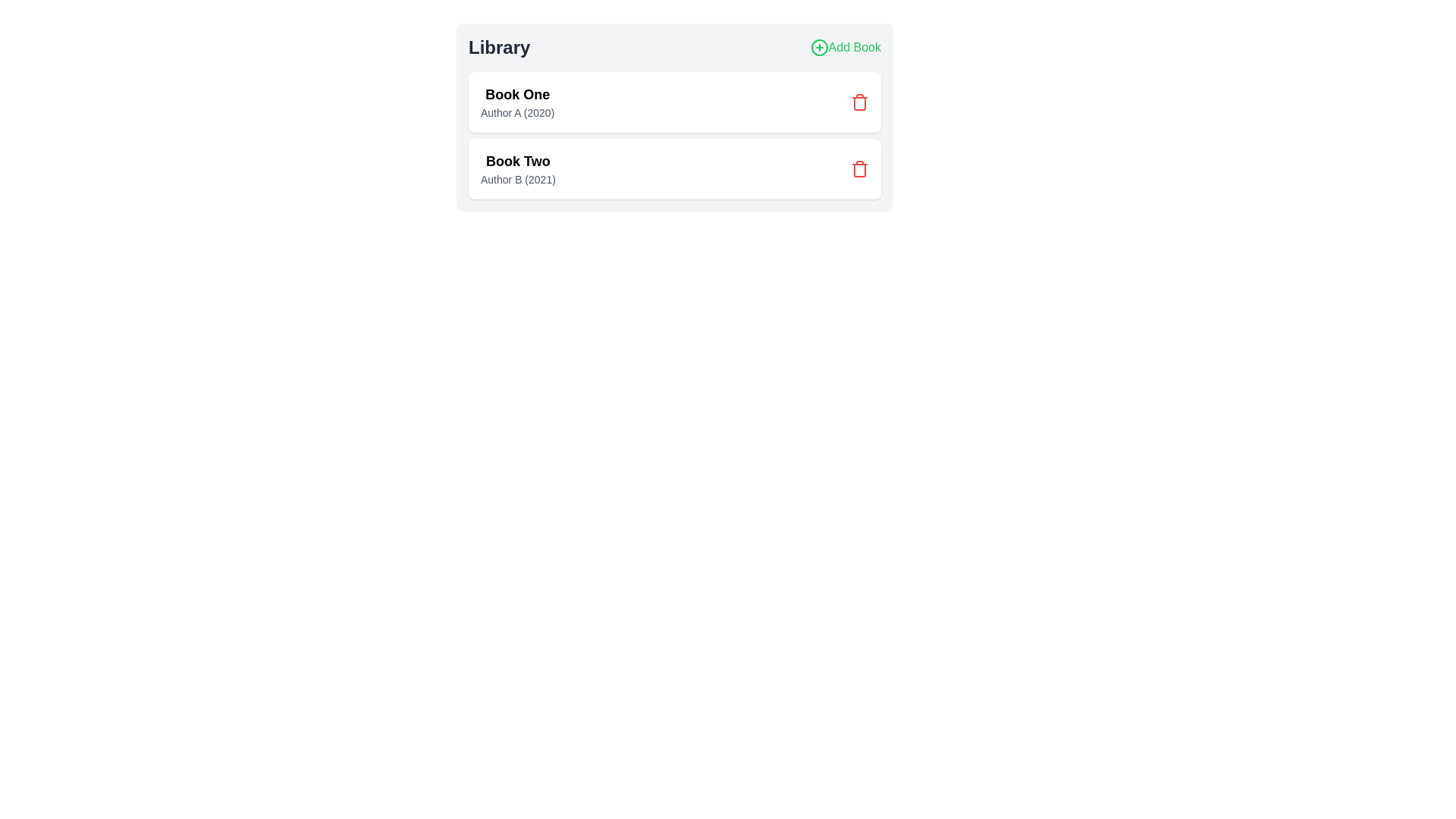 The height and width of the screenshot is (819, 1456). I want to click on the circular green outlined button with a plus sign inside it, located in the top-right corner of the 'Library' section next to 'Add Book', so click(818, 46).